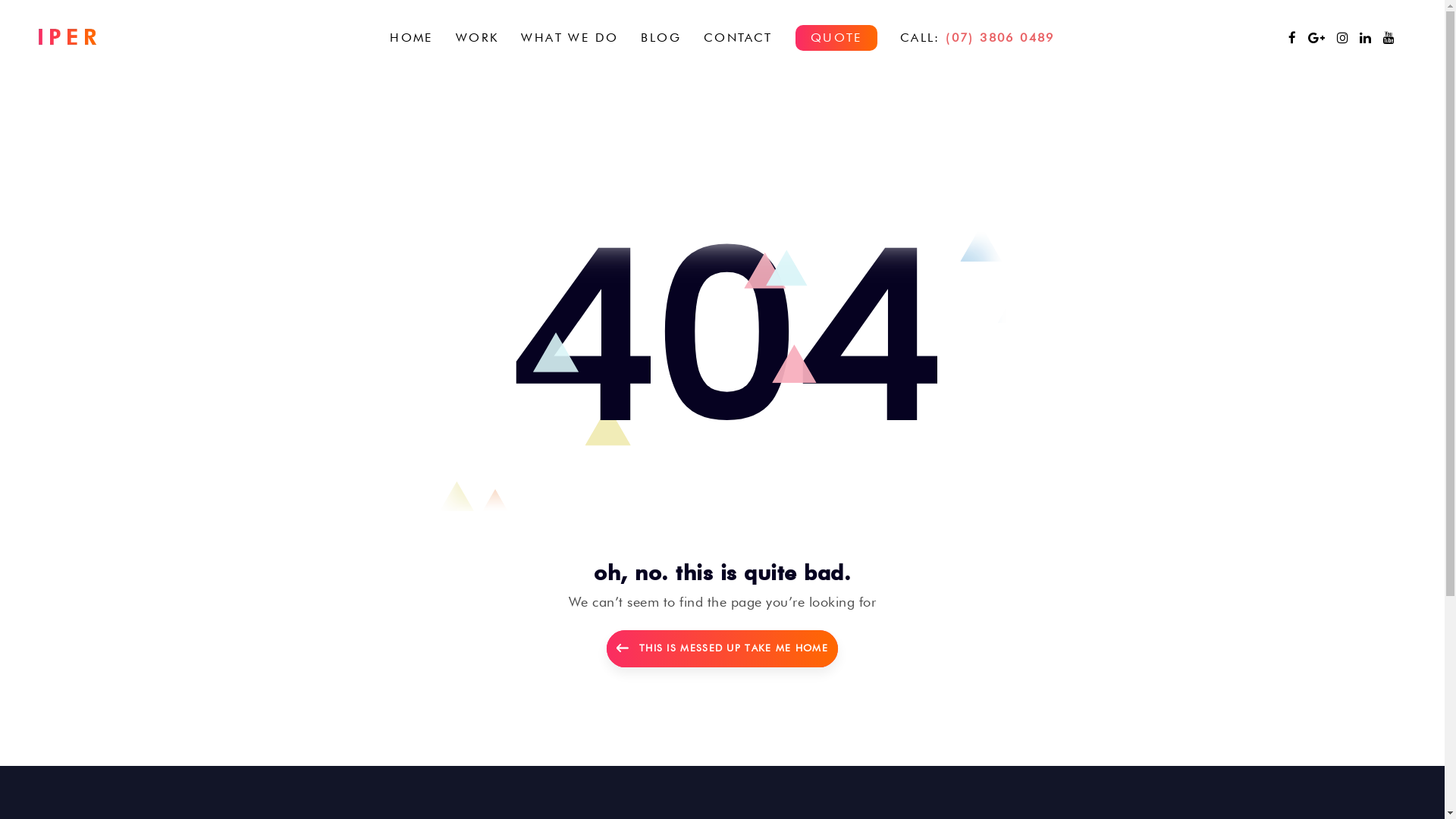 The image size is (1456, 819). I want to click on 'THIS IS MESSED UP TAKE ME HOME', so click(721, 648).